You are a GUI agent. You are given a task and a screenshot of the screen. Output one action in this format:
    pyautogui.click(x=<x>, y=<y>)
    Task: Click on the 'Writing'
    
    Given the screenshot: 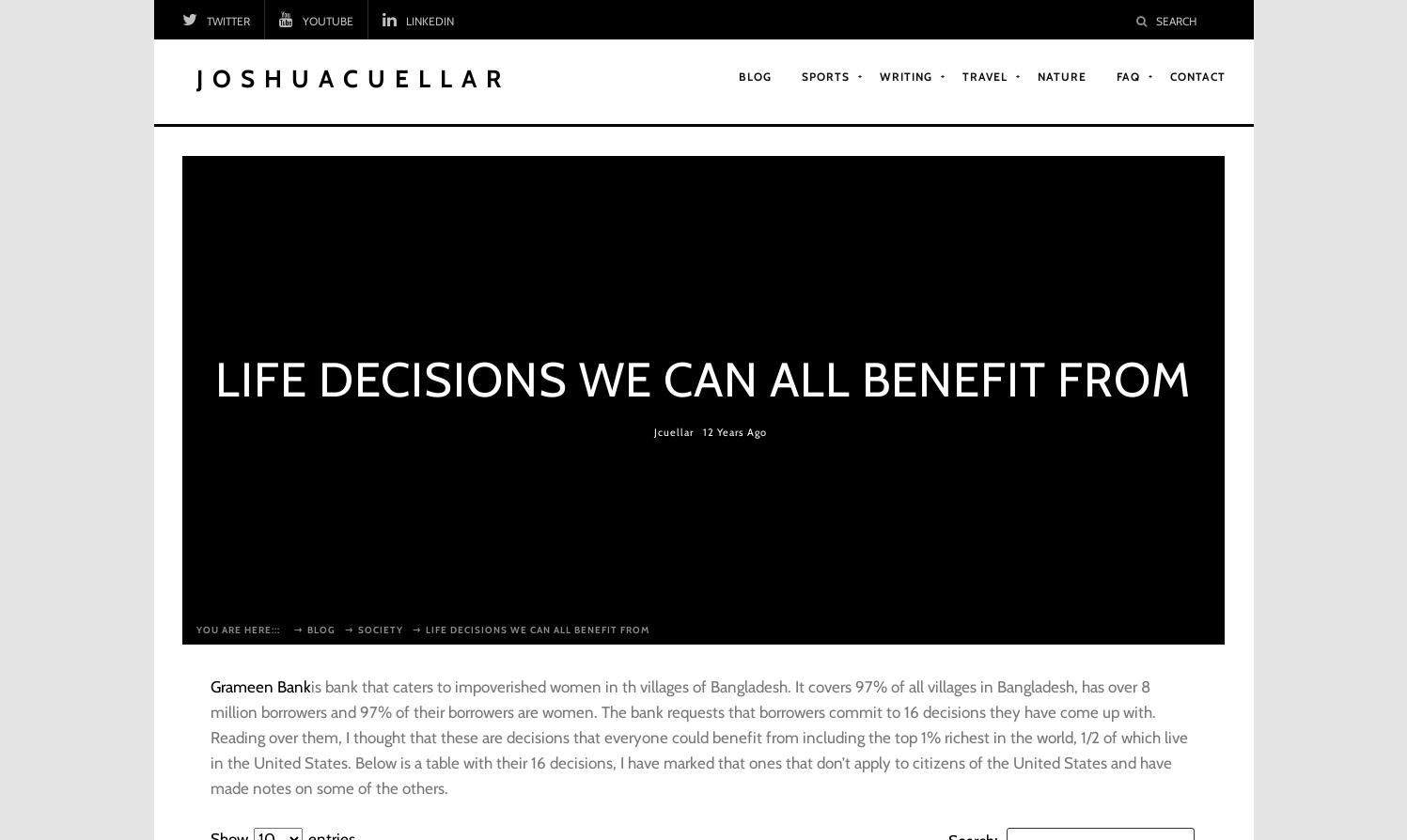 What is the action you would take?
    pyautogui.click(x=905, y=75)
    